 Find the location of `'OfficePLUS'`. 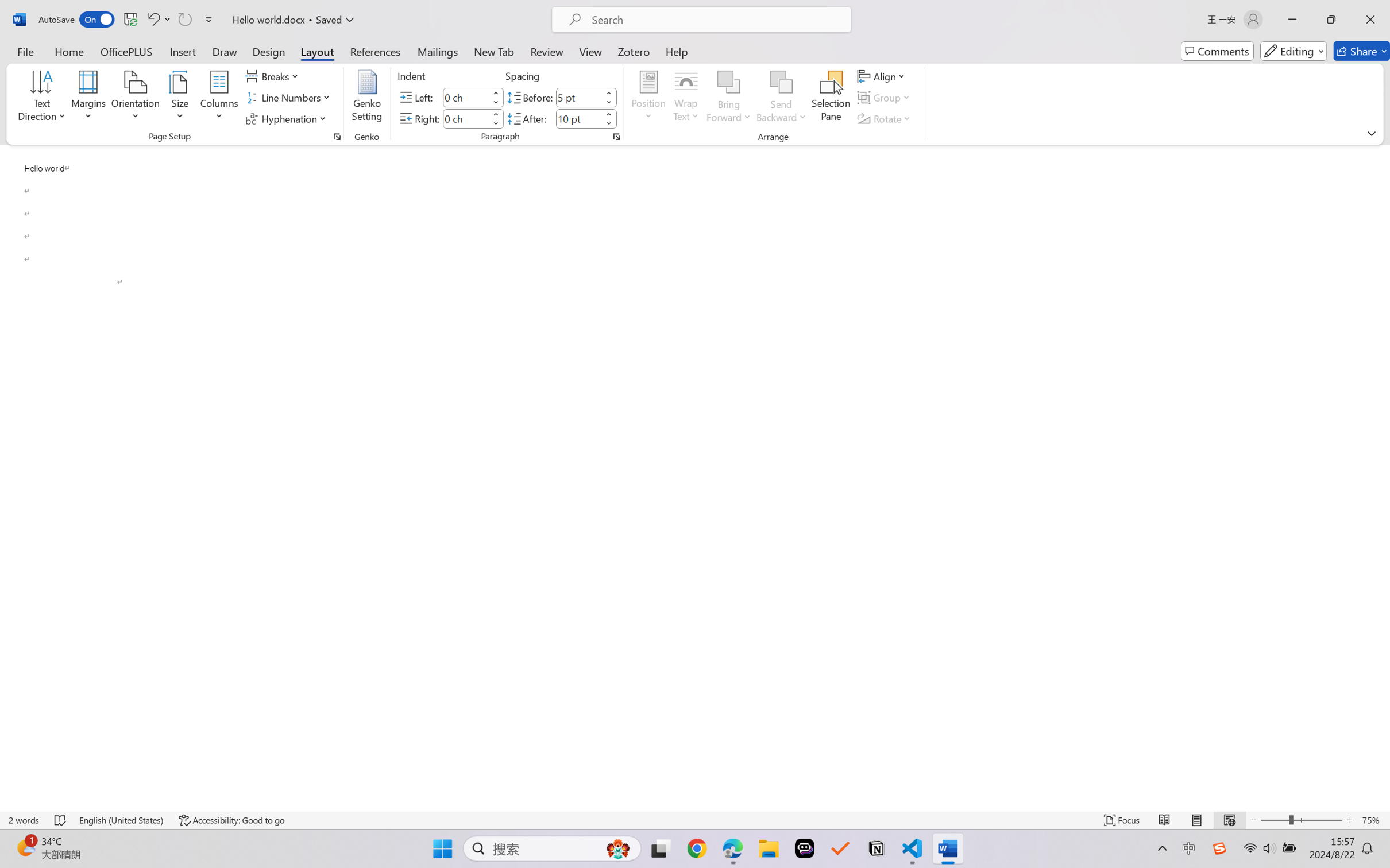

'OfficePLUS' is located at coordinates (125, 51).